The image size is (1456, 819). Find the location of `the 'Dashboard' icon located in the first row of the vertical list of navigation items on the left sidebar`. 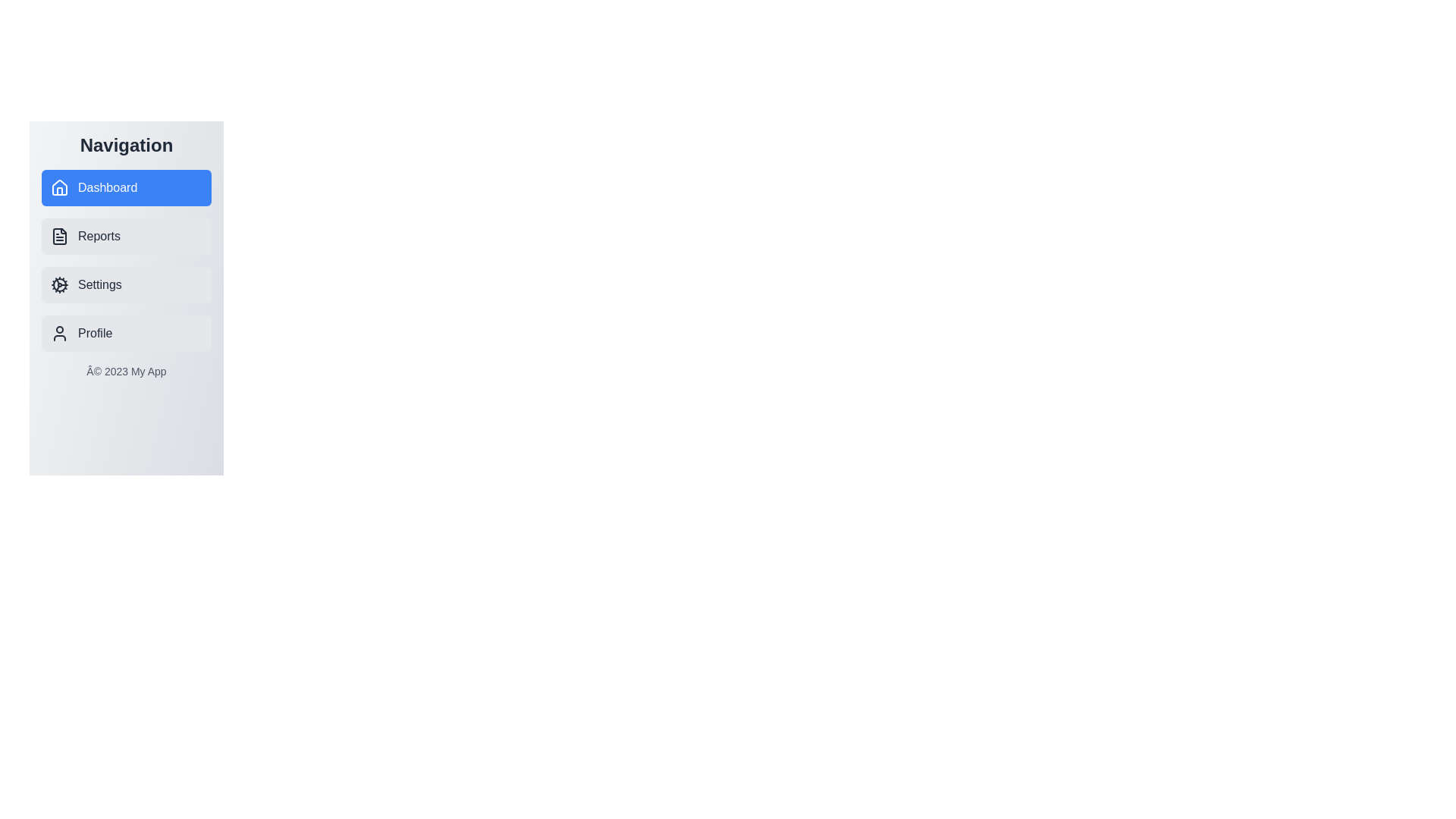

the 'Dashboard' icon located in the first row of the vertical list of navigation items on the left sidebar is located at coordinates (59, 187).